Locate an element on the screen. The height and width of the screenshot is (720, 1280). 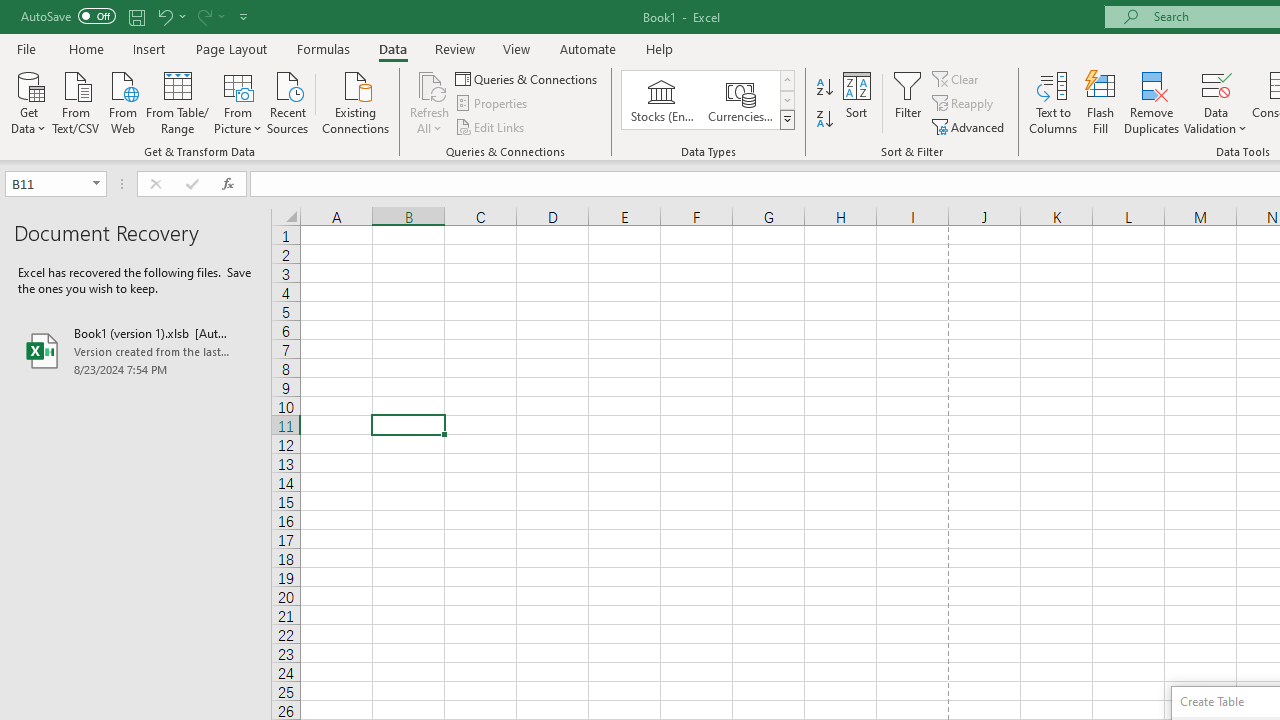
'Formulas' is located at coordinates (323, 48).